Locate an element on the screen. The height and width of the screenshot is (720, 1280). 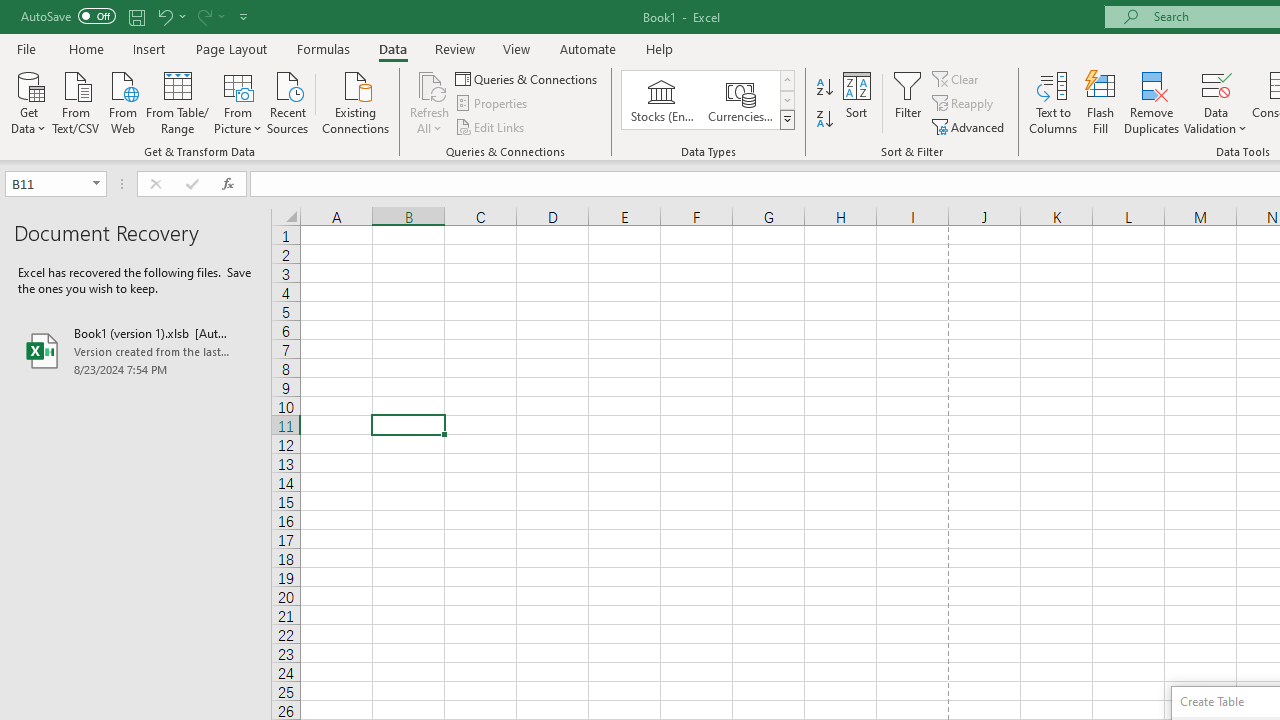
'Formulas' is located at coordinates (323, 48).